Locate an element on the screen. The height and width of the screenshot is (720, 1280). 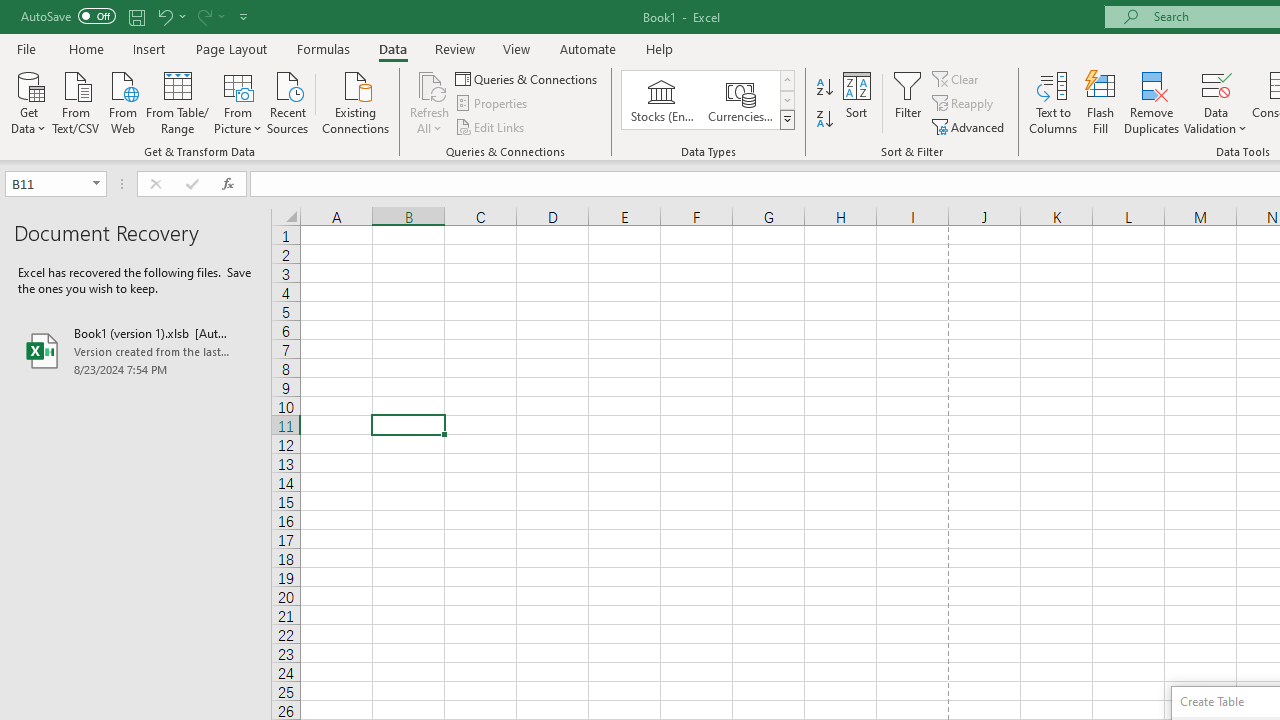
'Formulas' is located at coordinates (323, 48).